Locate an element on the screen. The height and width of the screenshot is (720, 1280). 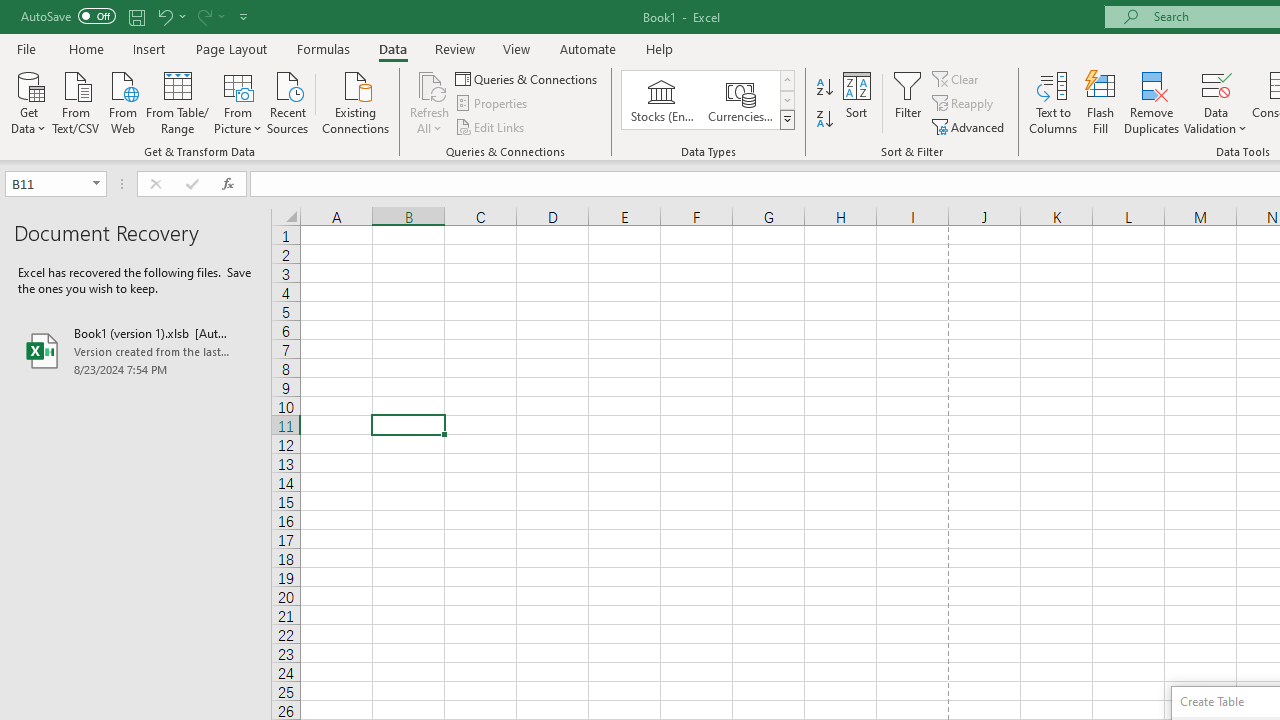
'Formulas' is located at coordinates (323, 48).